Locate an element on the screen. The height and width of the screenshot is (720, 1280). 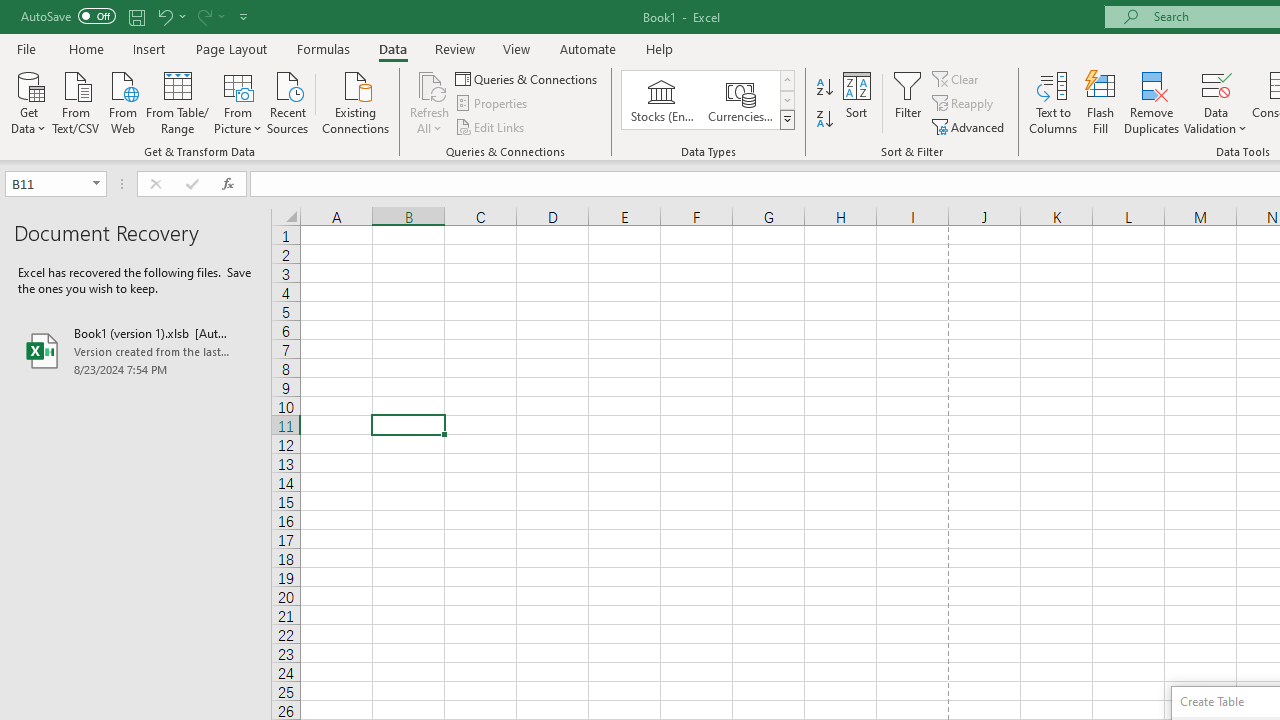
'Formulas' is located at coordinates (323, 48).